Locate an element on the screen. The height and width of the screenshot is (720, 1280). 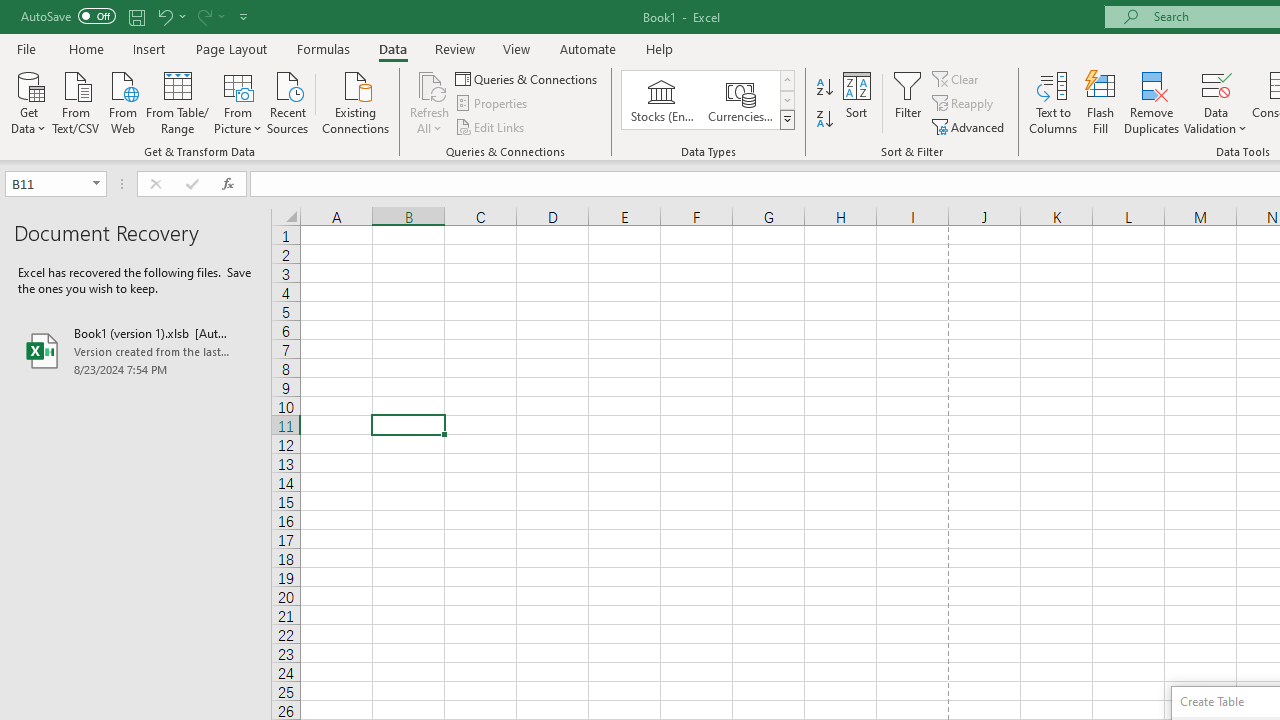
'Formulas' is located at coordinates (323, 48).